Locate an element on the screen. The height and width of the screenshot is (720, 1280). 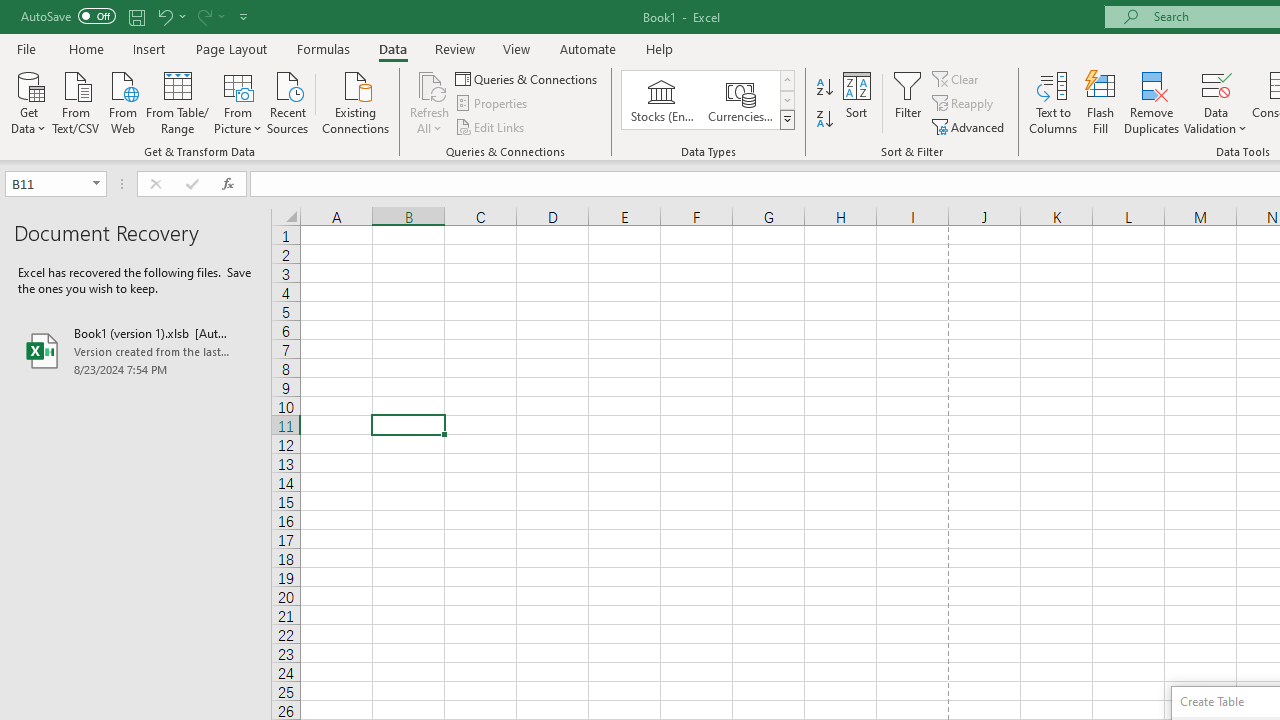
'Formulas' is located at coordinates (323, 48).